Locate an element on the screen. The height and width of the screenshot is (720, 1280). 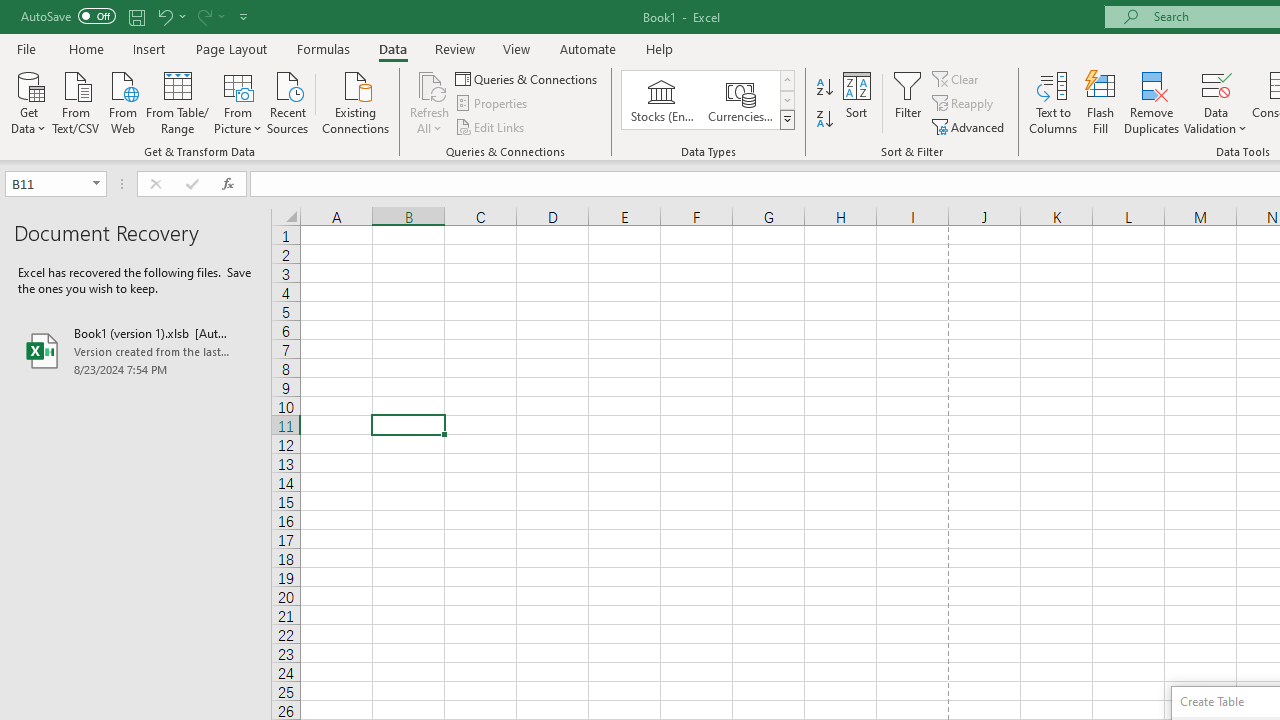
'Formulas' is located at coordinates (323, 48).